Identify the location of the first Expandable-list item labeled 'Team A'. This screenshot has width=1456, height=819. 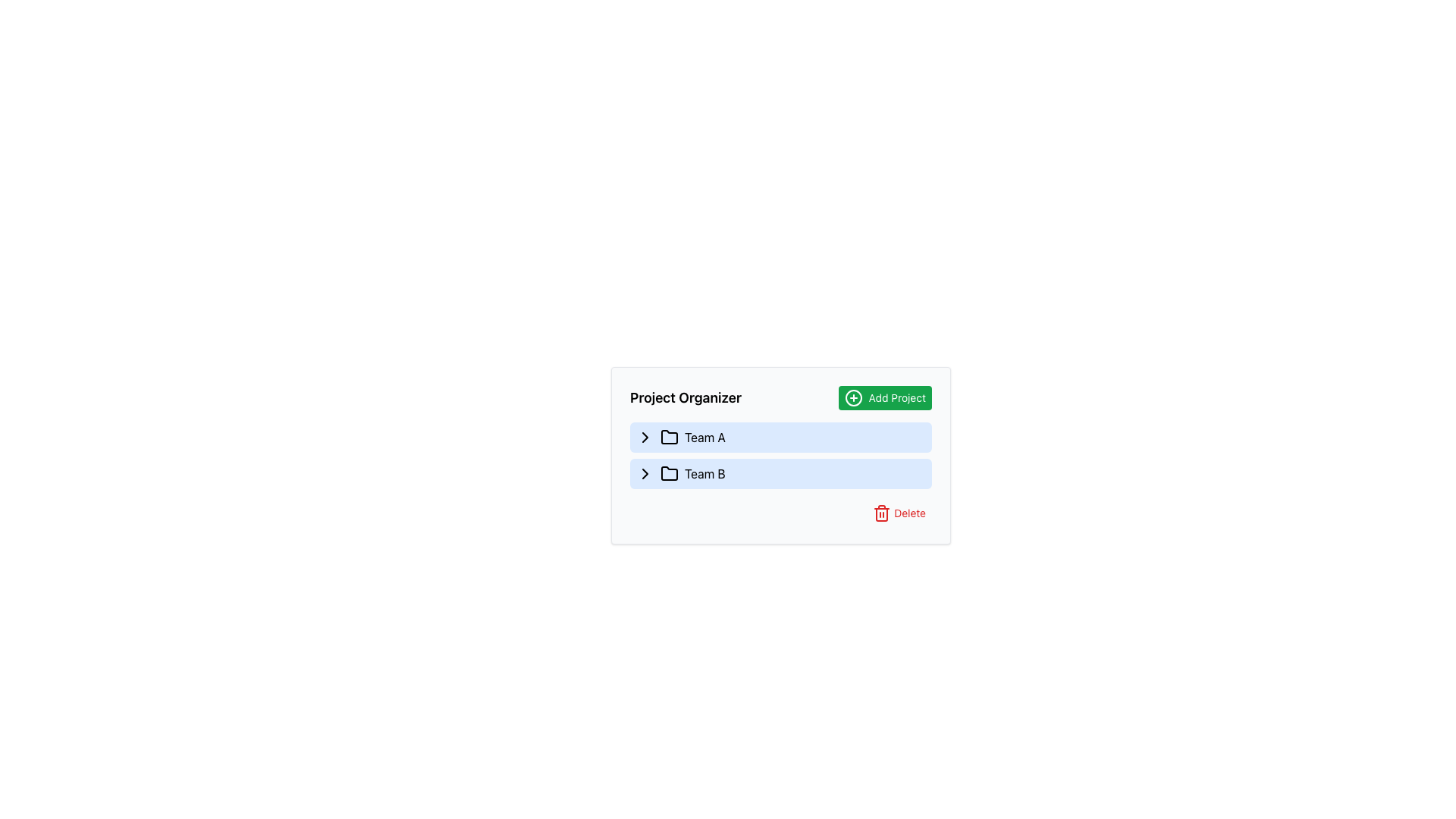
(781, 438).